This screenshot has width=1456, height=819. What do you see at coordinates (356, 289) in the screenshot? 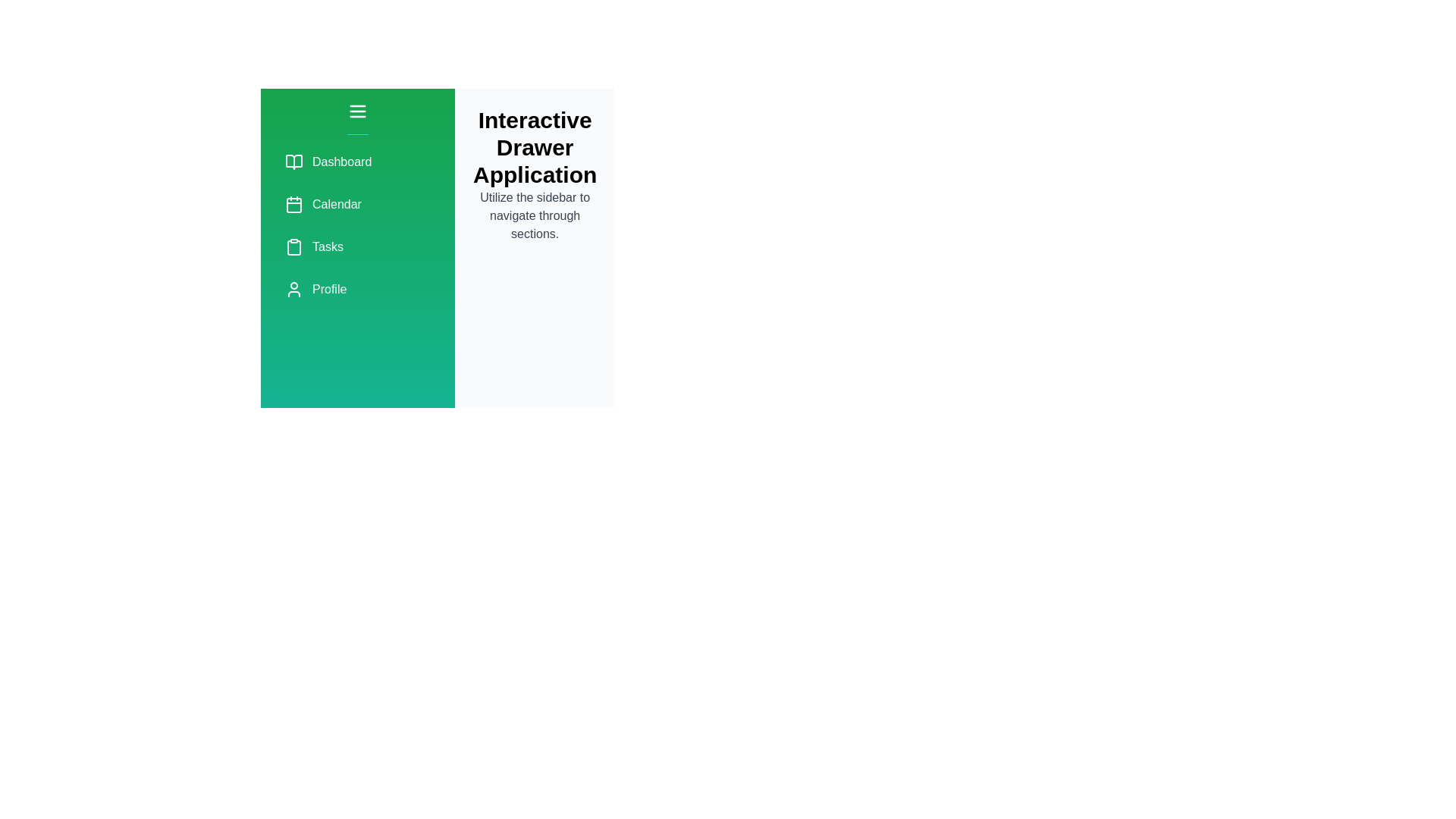
I see `the menu item labeled Profile to navigate to its respective section` at bounding box center [356, 289].